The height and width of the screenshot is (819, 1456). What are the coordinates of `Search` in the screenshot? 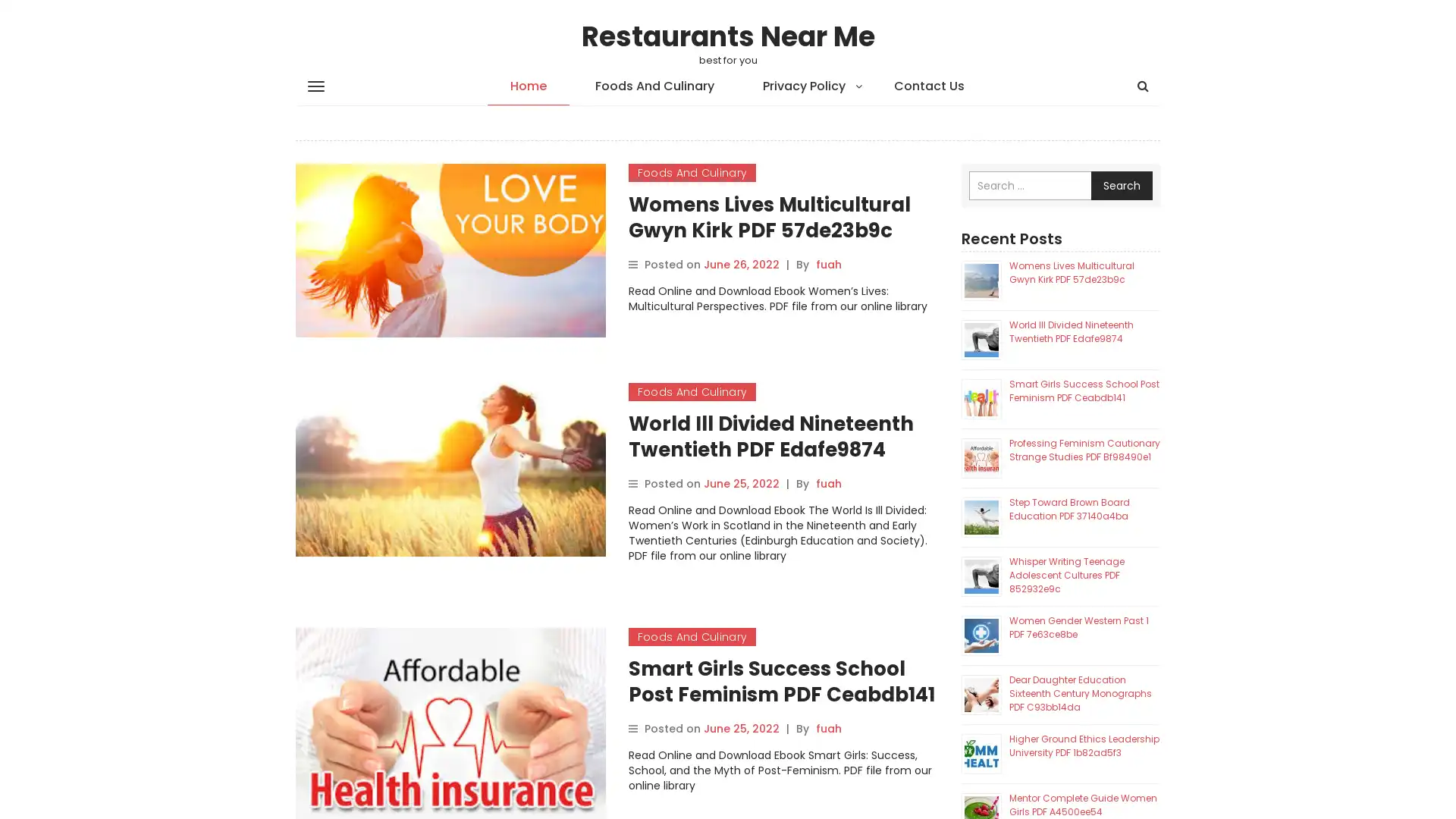 It's located at (1122, 185).